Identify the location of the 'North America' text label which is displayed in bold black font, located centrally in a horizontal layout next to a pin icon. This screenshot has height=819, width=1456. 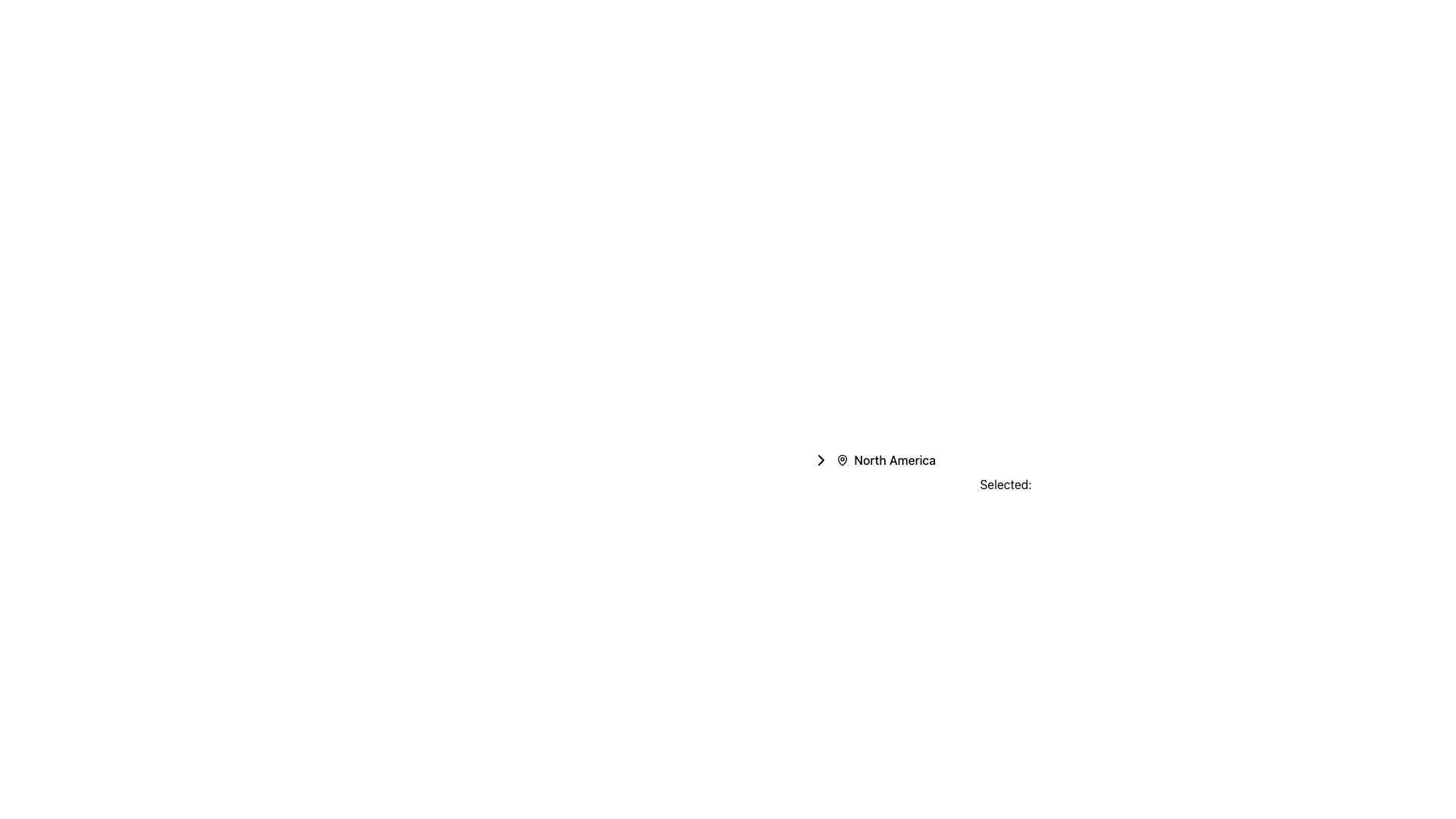
(895, 459).